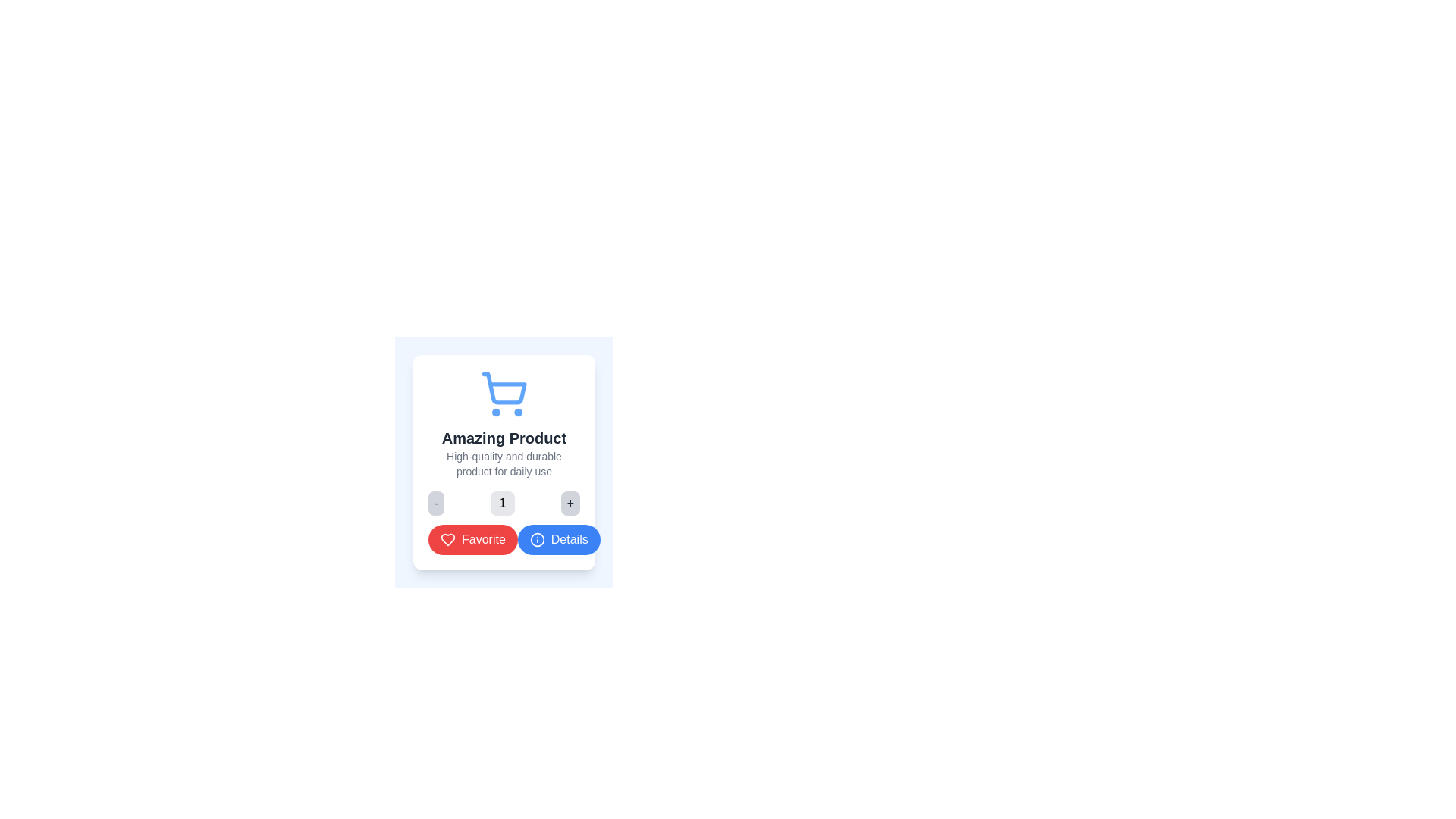  Describe the element at coordinates (537, 539) in the screenshot. I see `the circular graphic element of the information icon located at the top of the card, above the 'Amazing Product' text` at that location.